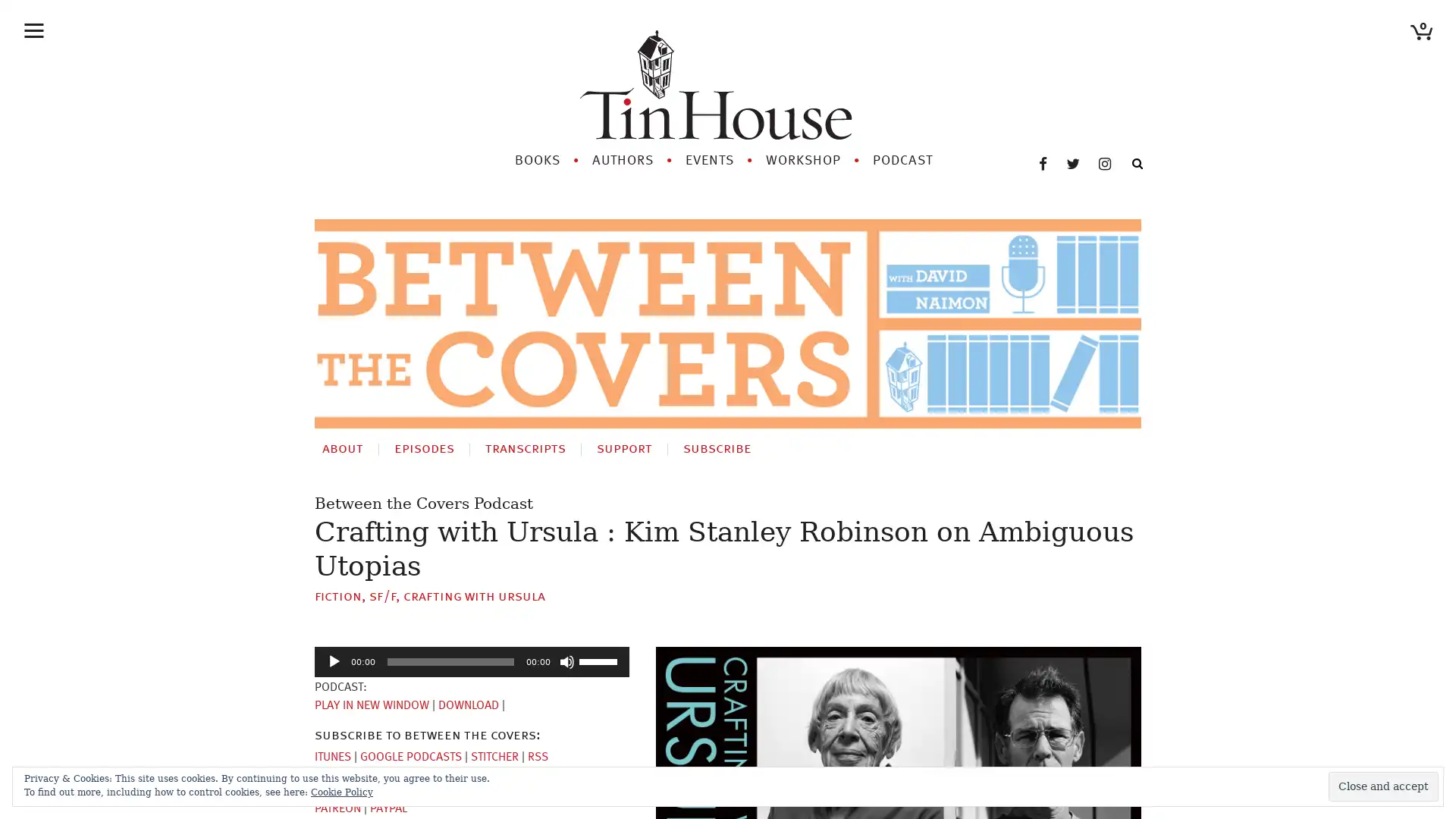 This screenshot has width=1456, height=819. Describe the element at coordinates (334, 642) in the screenshot. I see `Play` at that location.